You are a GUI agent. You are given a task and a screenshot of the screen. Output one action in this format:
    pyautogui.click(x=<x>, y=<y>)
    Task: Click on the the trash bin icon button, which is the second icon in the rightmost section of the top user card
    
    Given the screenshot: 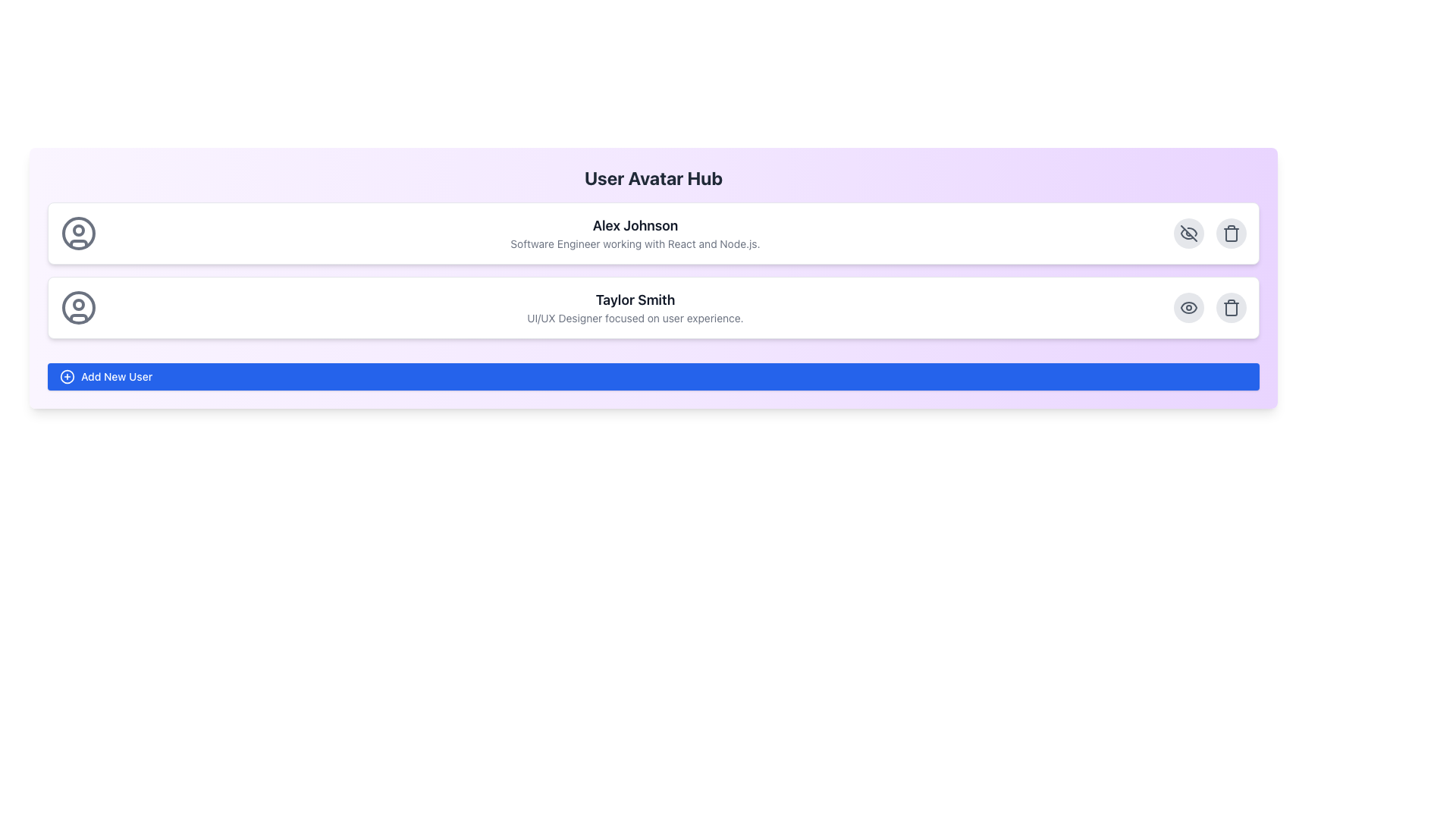 What is the action you would take?
    pyautogui.click(x=1231, y=234)
    